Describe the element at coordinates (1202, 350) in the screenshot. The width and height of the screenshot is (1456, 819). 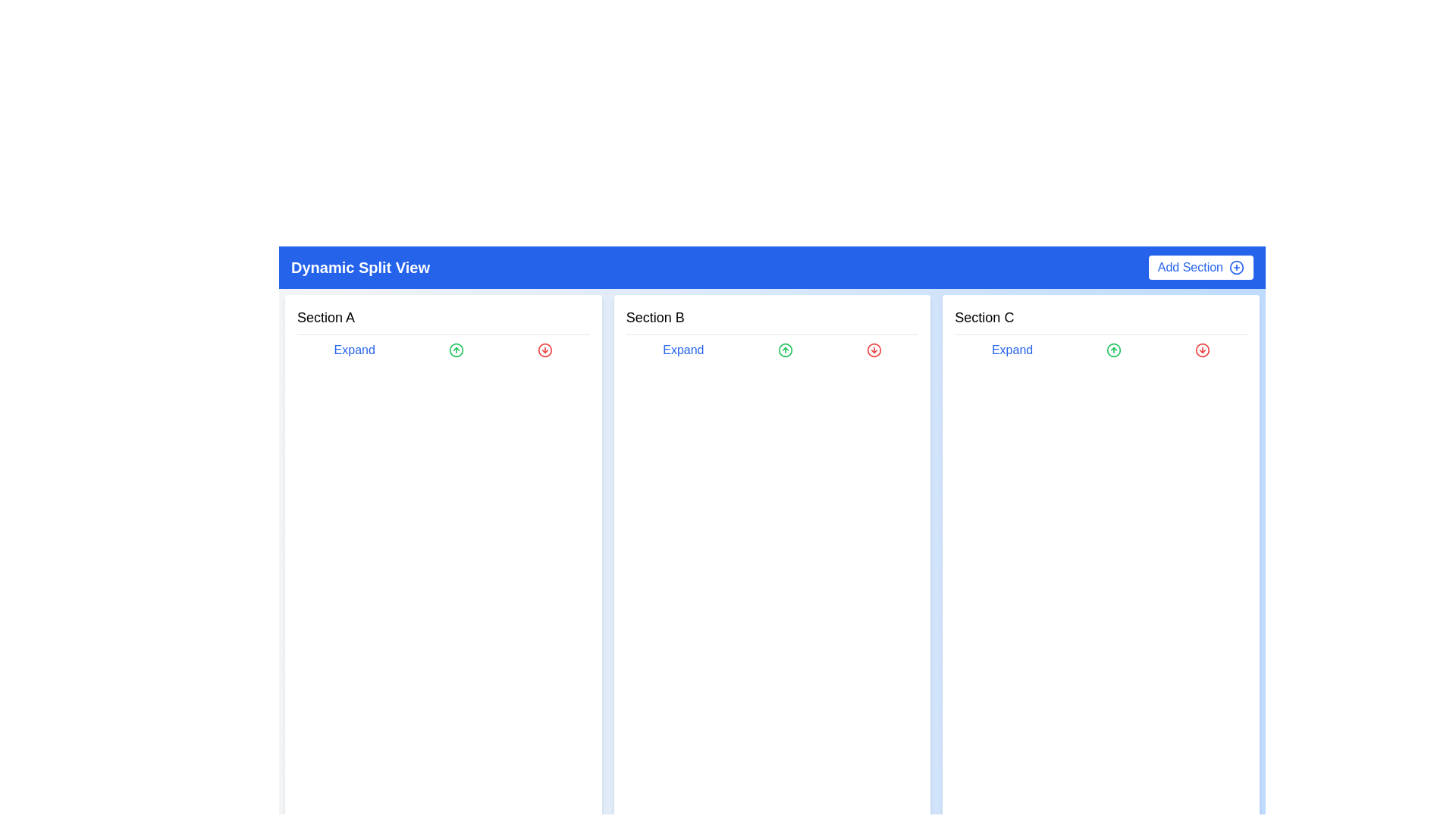
I see `the circular red icon button with a downward-pointing arrow located to the right of the green upward-pointing arrow under the 'Expand' link in Section C` at that location.